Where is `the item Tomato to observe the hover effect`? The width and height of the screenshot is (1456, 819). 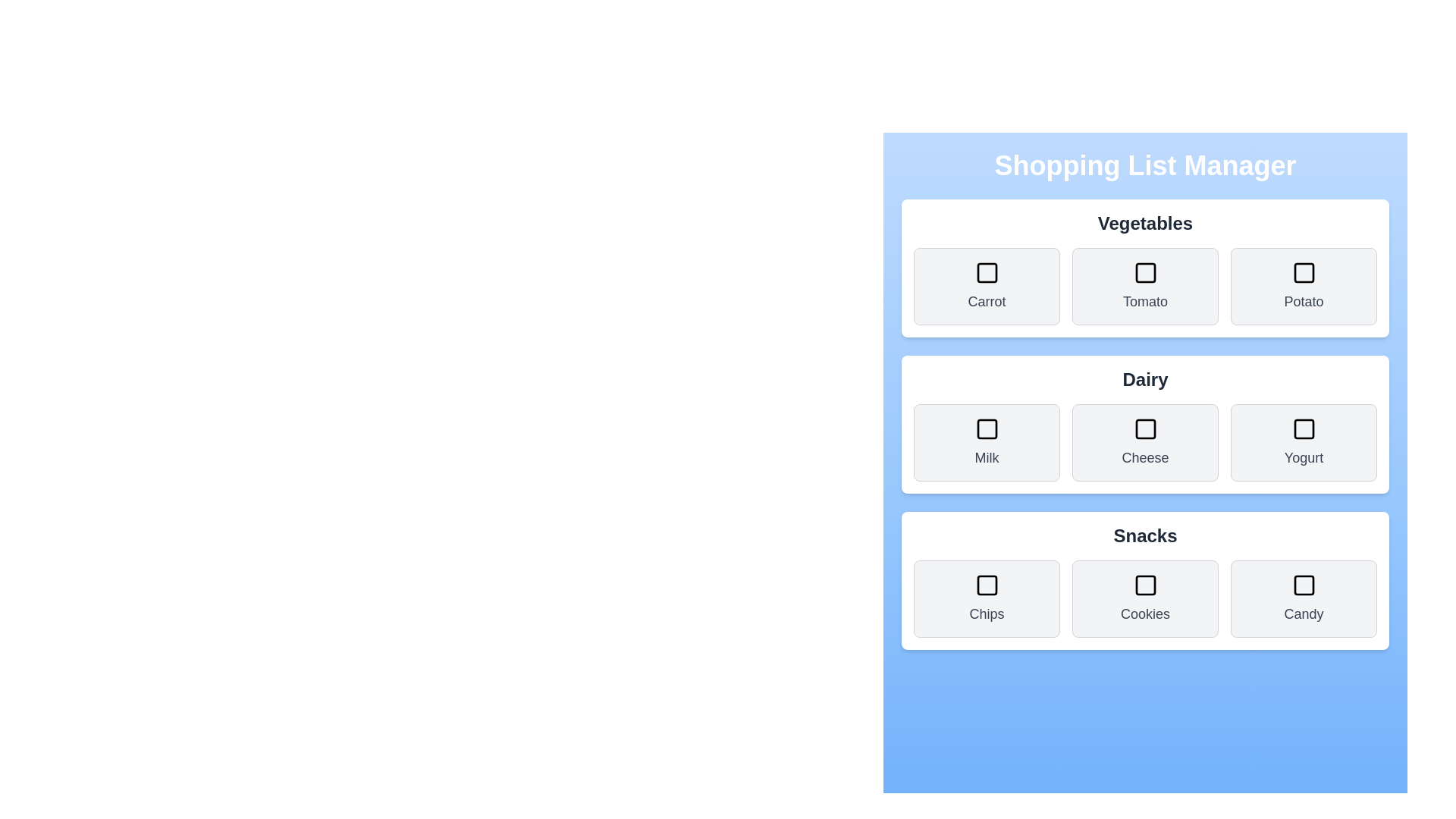 the item Tomato to observe the hover effect is located at coordinates (1145, 287).